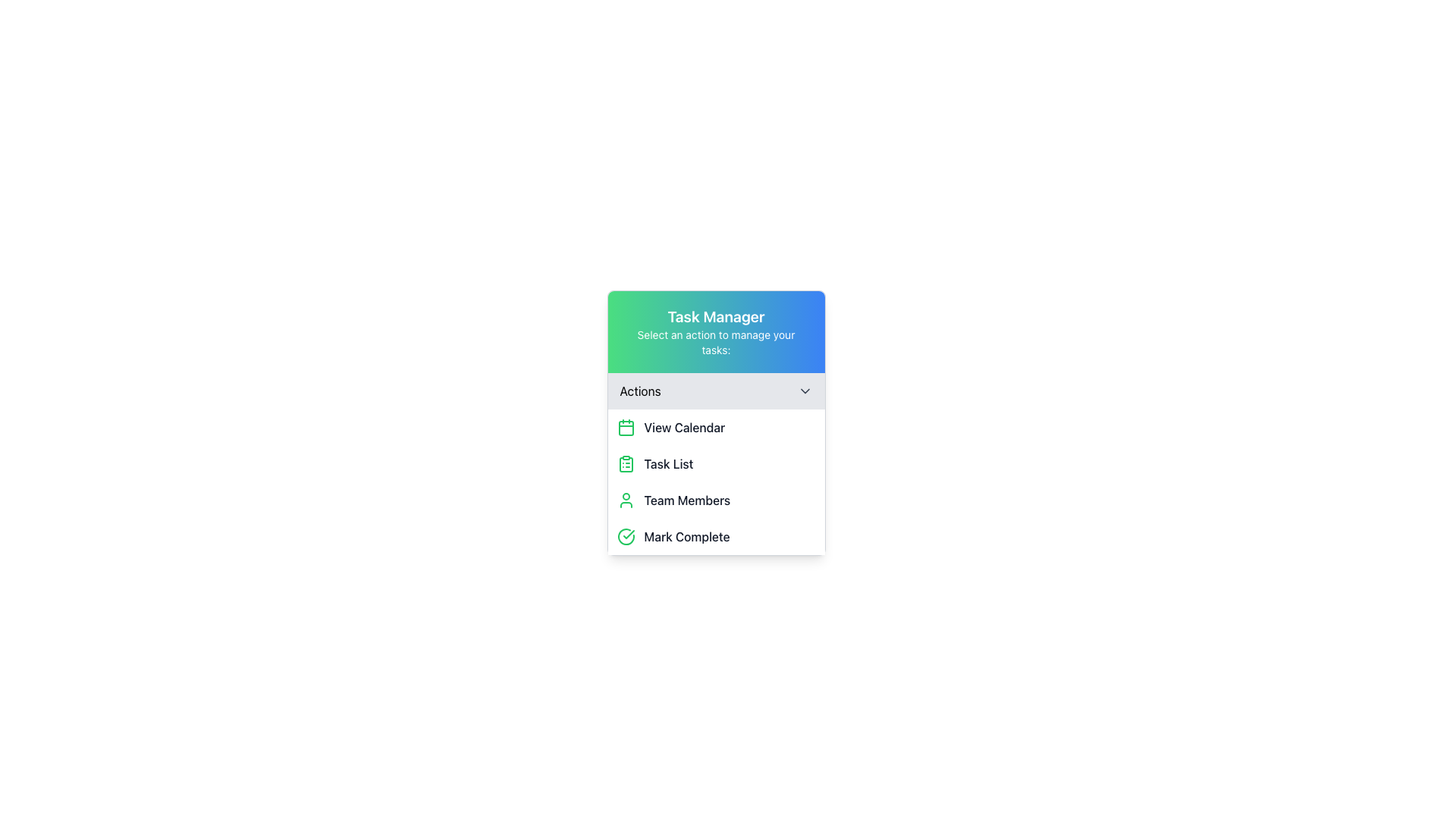  What do you see at coordinates (626, 428) in the screenshot?
I see `the graphical rectangular component that resembles the main body of the calendar icon, located at the lower section of the calendar design in the 'Actions' section` at bounding box center [626, 428].